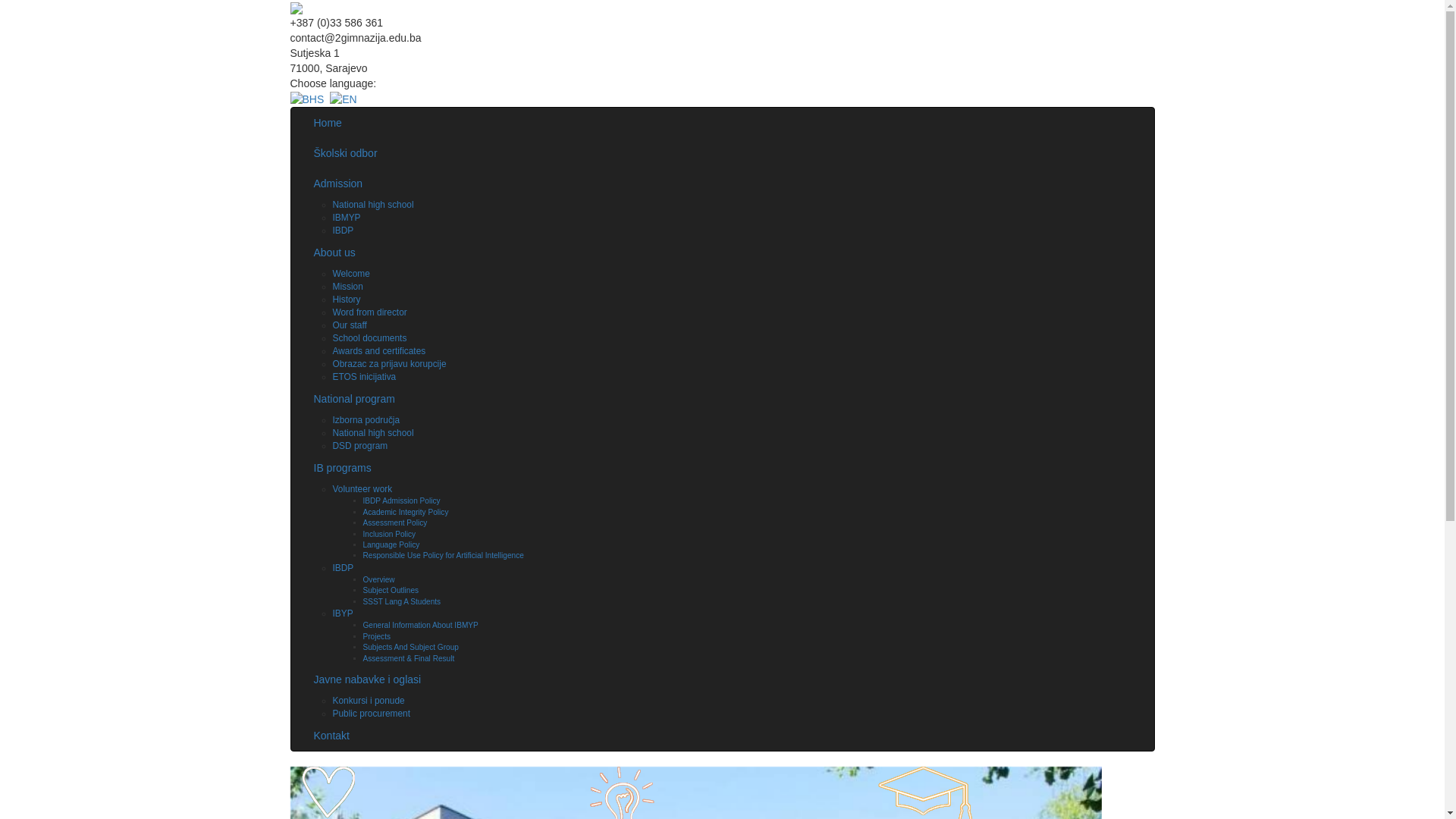  I want to click on 'History', so click(345, 299).